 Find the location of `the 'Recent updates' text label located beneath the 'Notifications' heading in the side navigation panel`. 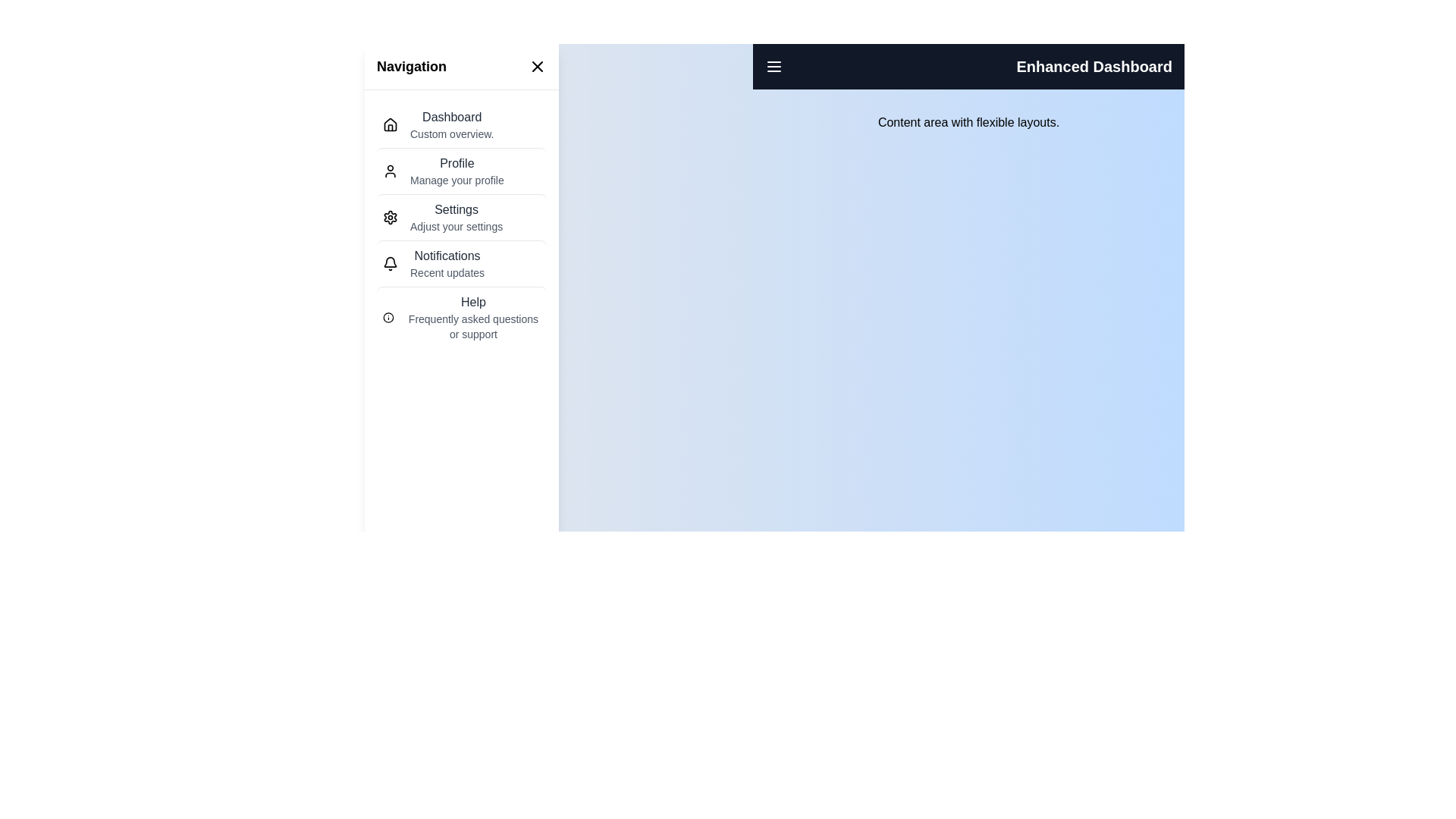

the 'Recent updates' text label located beneath the 'Notifications' heading in the side navigation panel is located at coordinates (447, 271).